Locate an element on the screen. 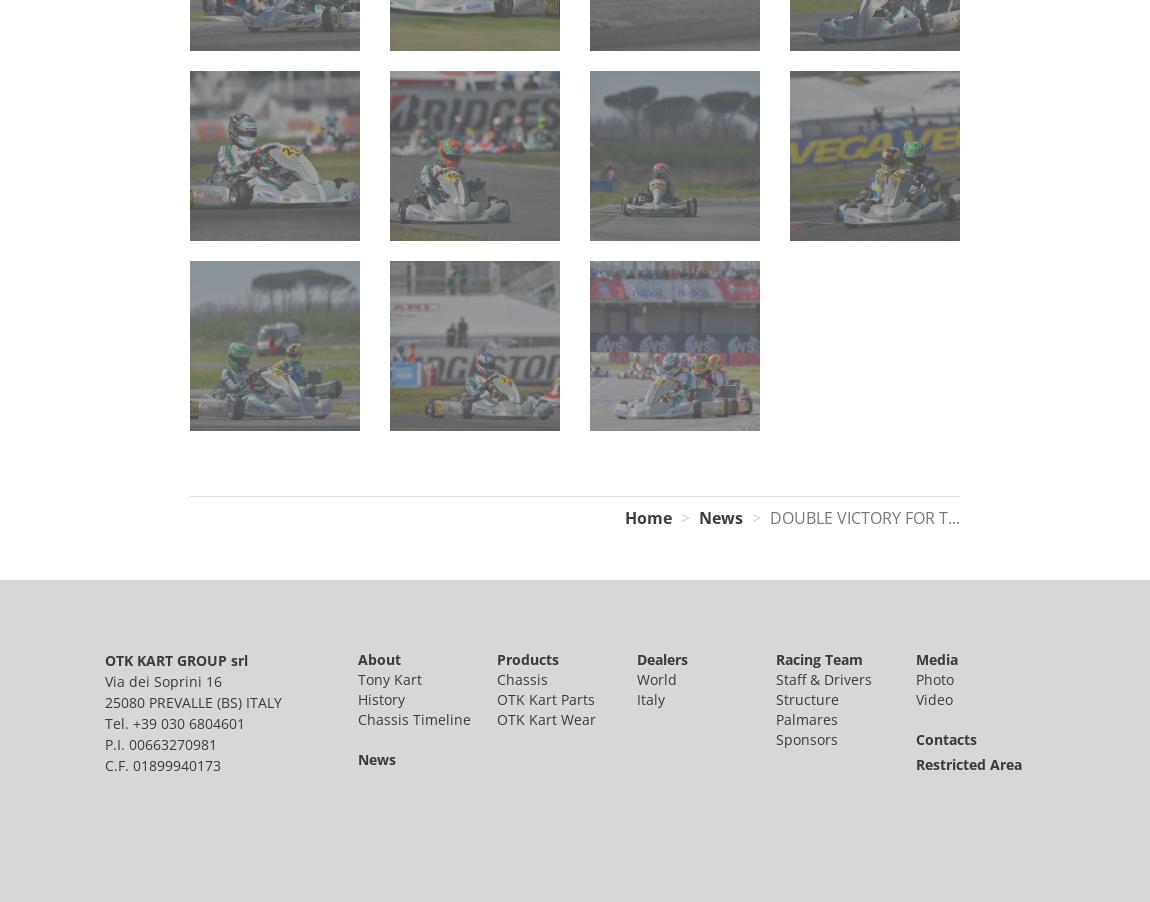  'Products' is located at coordinates (527, 657).